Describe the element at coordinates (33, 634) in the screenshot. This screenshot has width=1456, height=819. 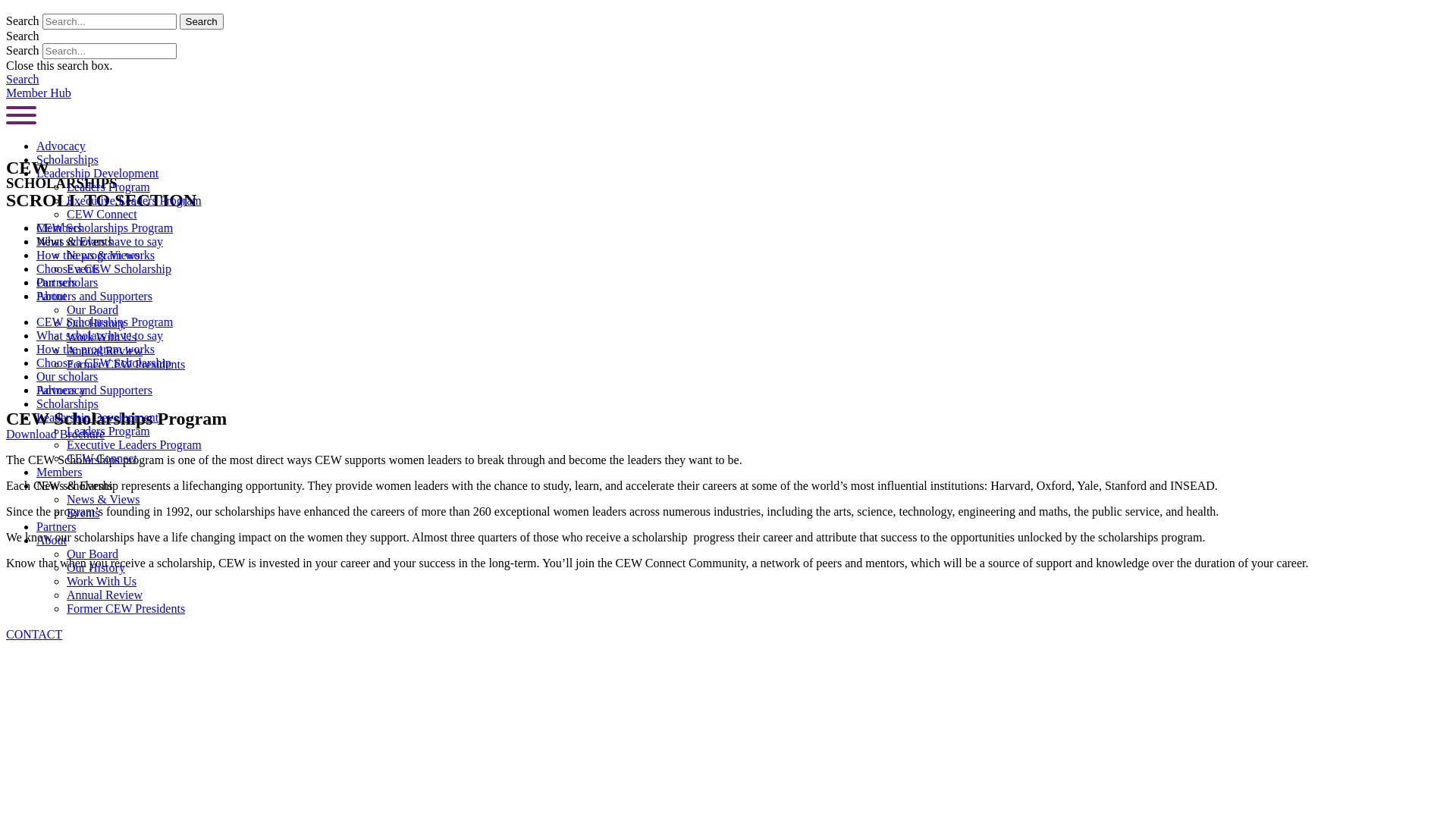
I see `'CONTACT'` at that location.